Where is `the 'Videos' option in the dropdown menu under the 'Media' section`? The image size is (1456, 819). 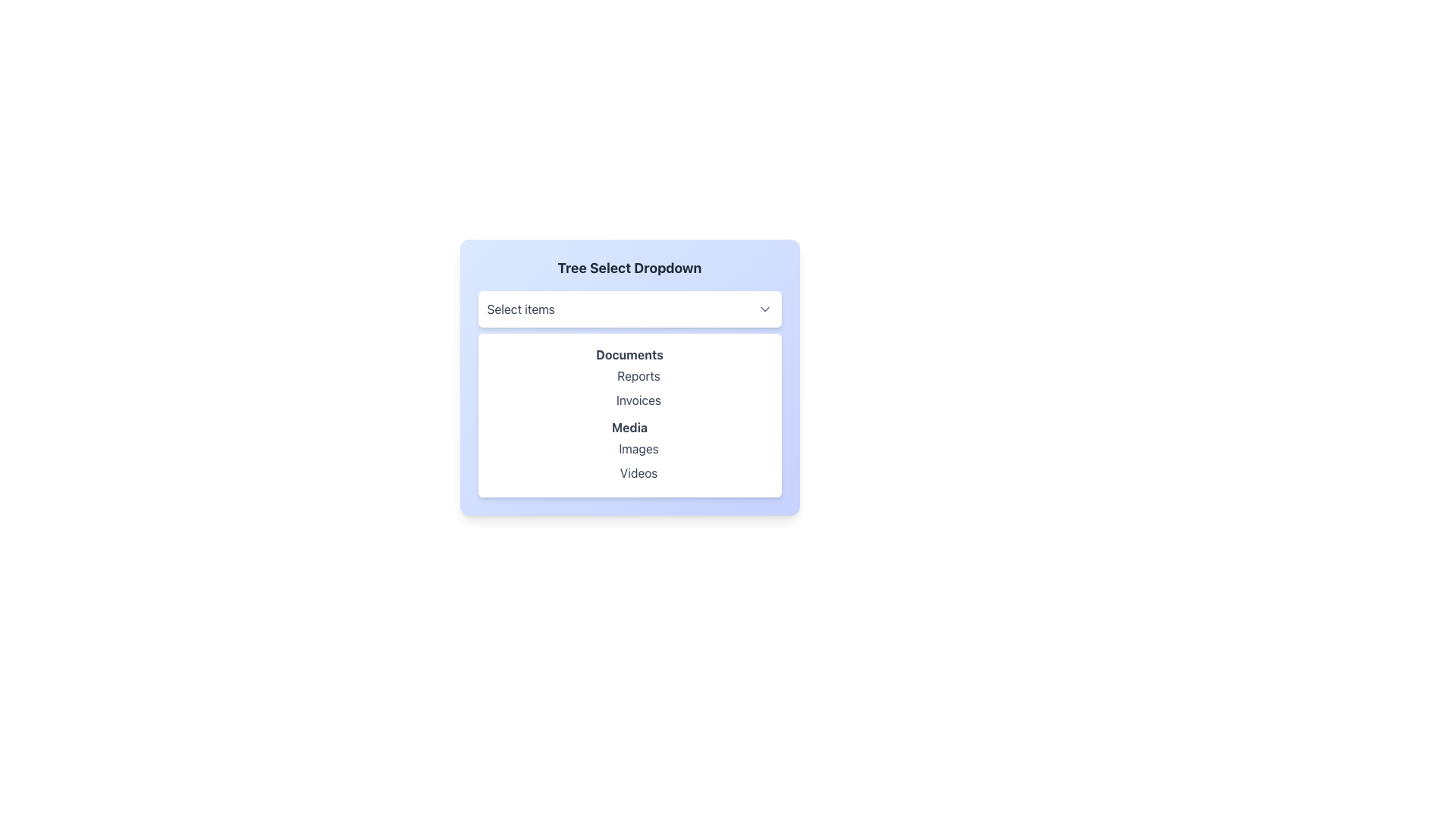 the 'Videos' option in the dropdown menu under the 'Media' section is located at coordinates (635, 472).